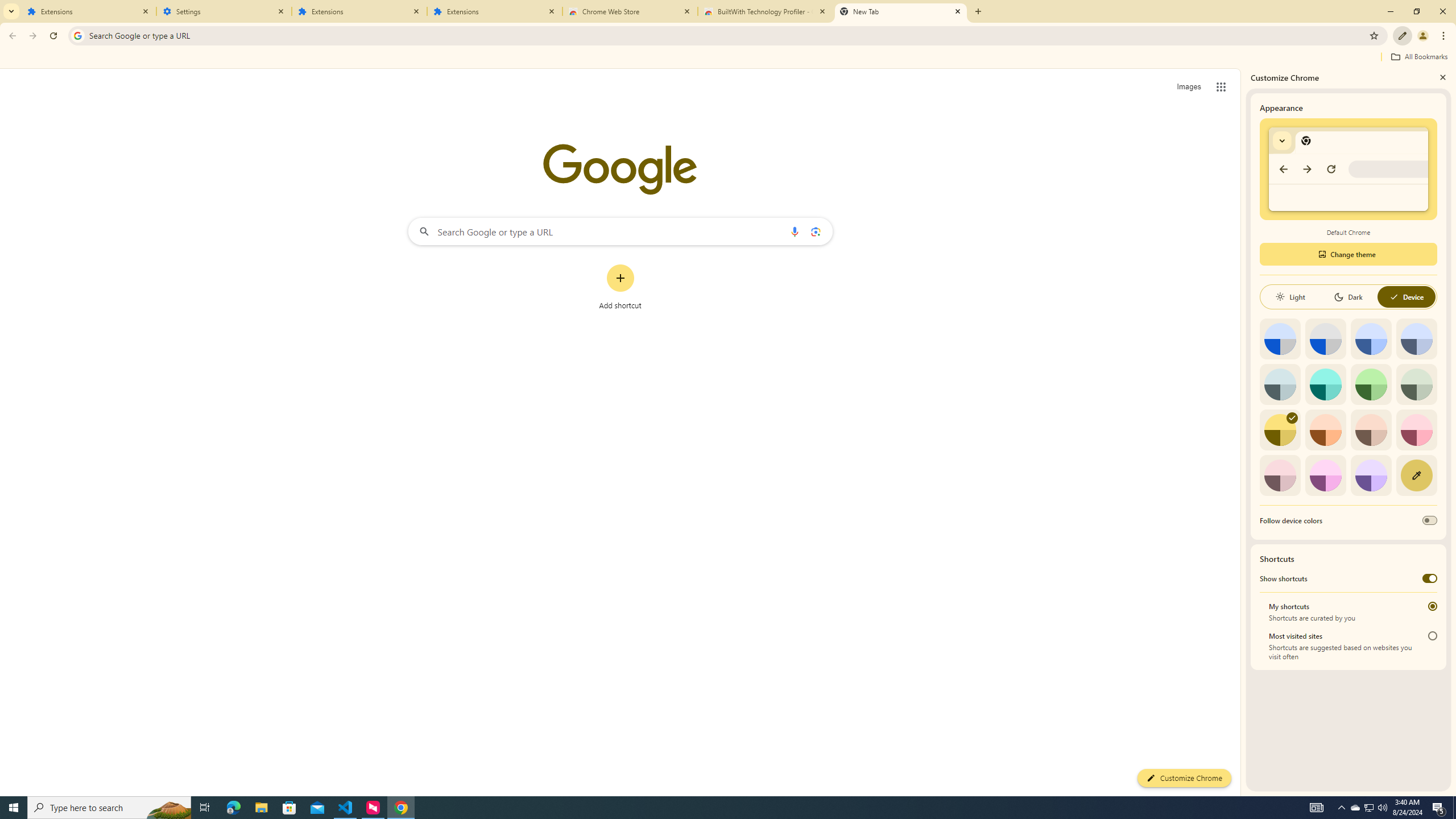 This screenshot has width=1456, height=819. What do you see at coordinates (1405, 296) in the screenshot?
I see `'Device'` at bounding box center [1405, 296].